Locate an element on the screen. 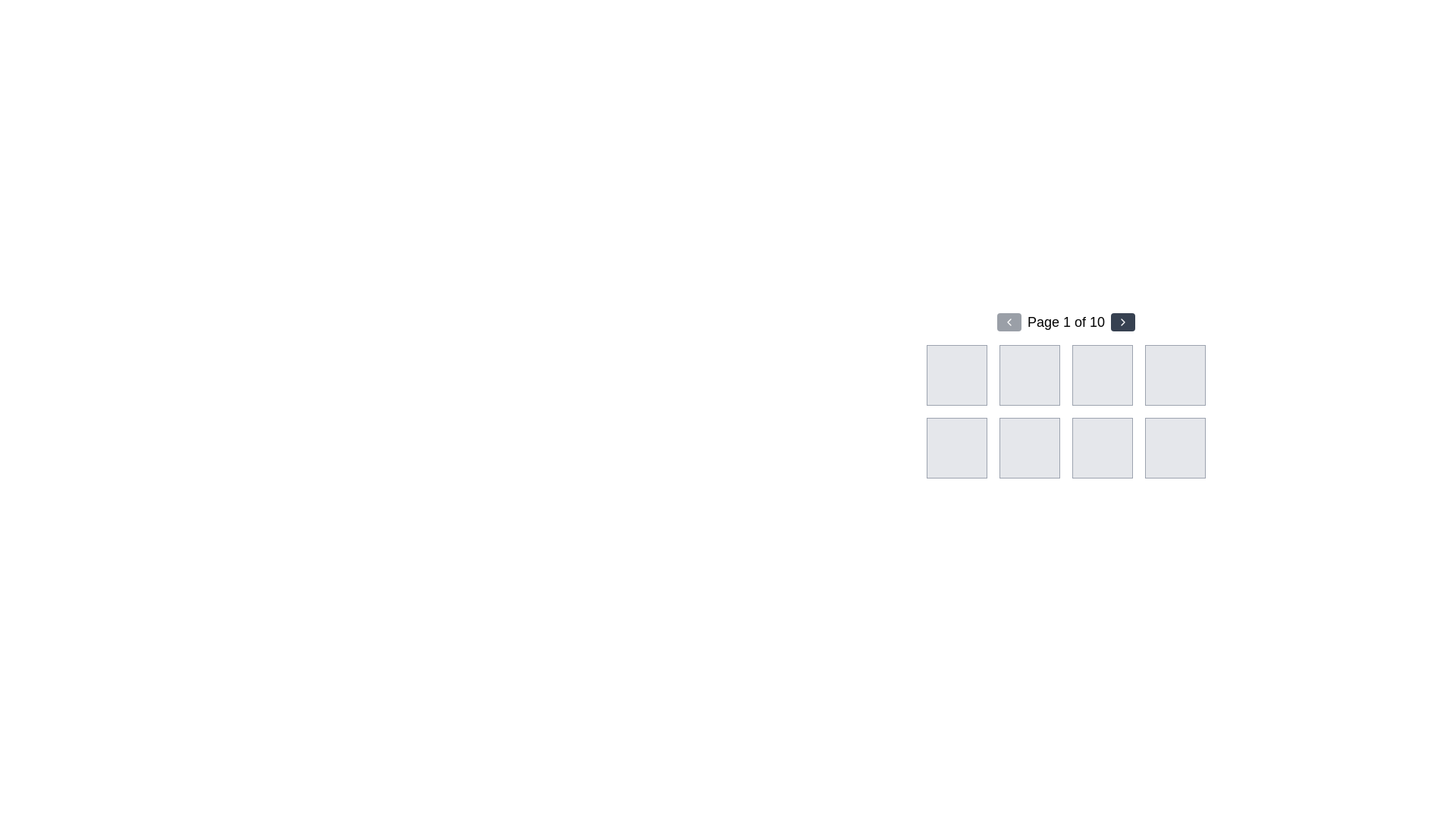 This screenshot has width=1456, height=819. the forward navigation button located to the right of the text 'Page 1 of 10' is located at coordinates (1123, 321).